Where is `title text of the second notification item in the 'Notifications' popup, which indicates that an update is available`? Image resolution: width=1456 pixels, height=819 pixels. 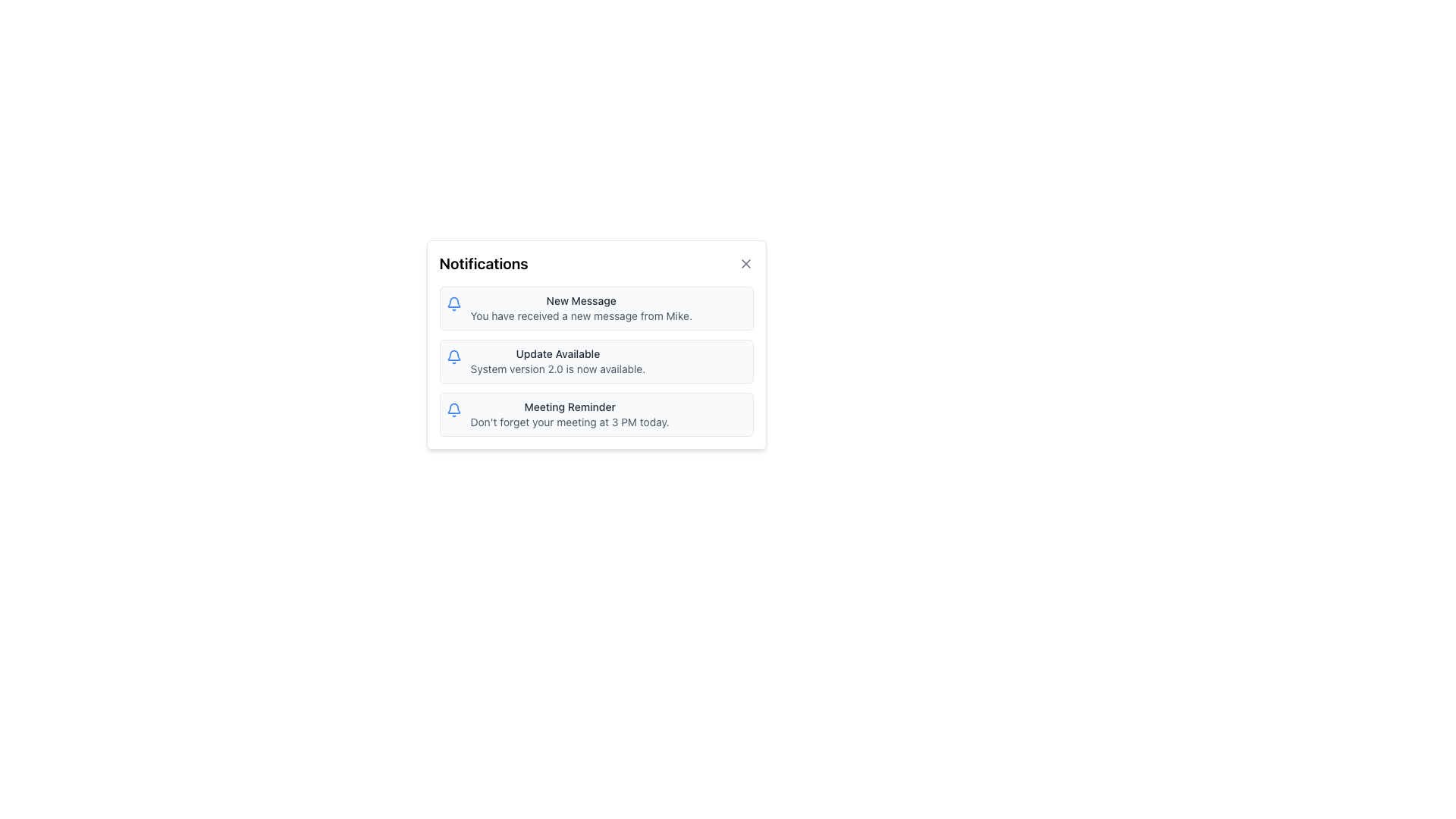 title text of the second notification item in the 'Notifications' popup, which indicates that an update is available is located at coordinates (557, 353).